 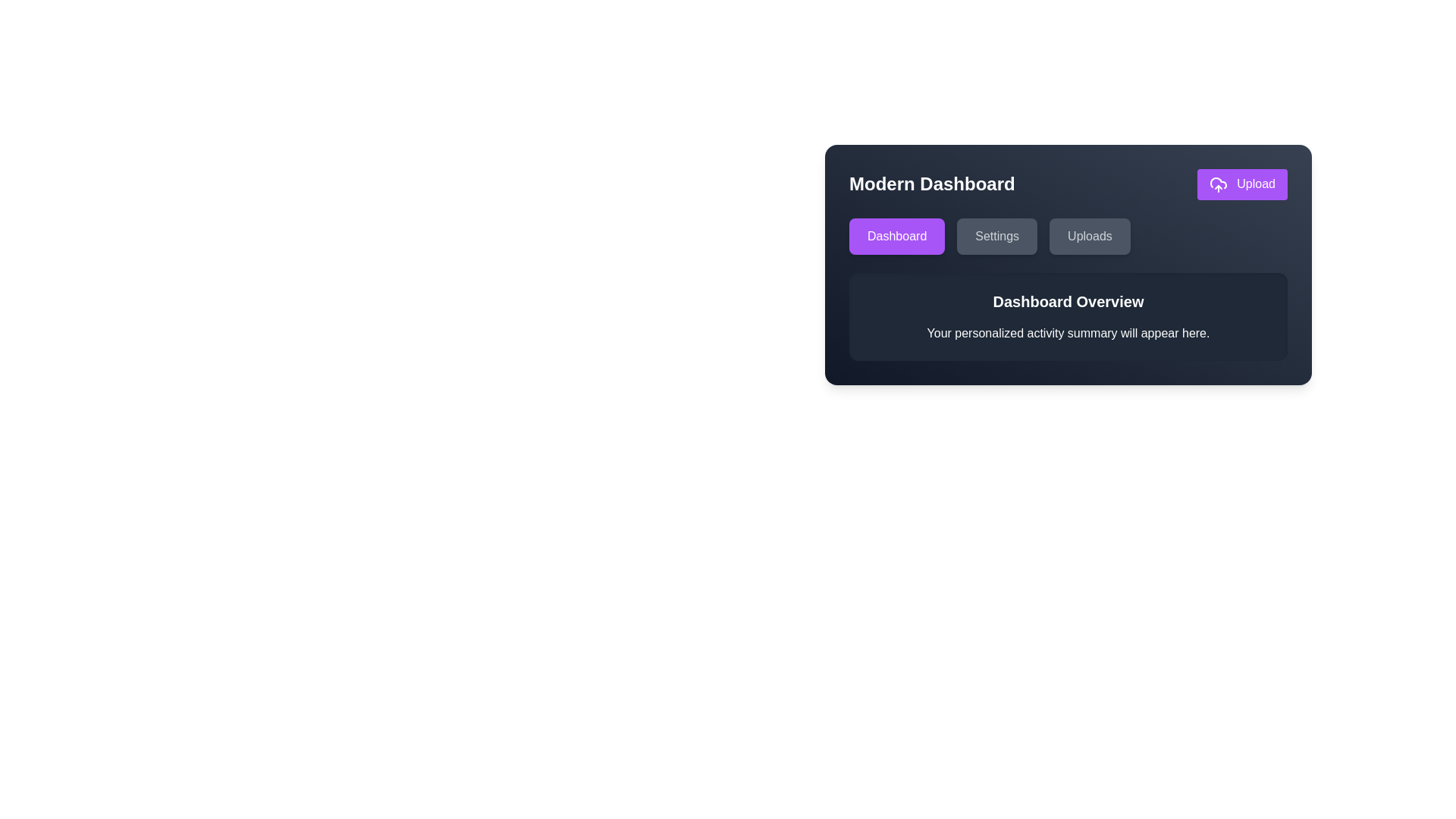 I want to click on the 'Uploads' button, which is the third button in a horizontal bar at the top of the interface, so click(x=1088, y=236).